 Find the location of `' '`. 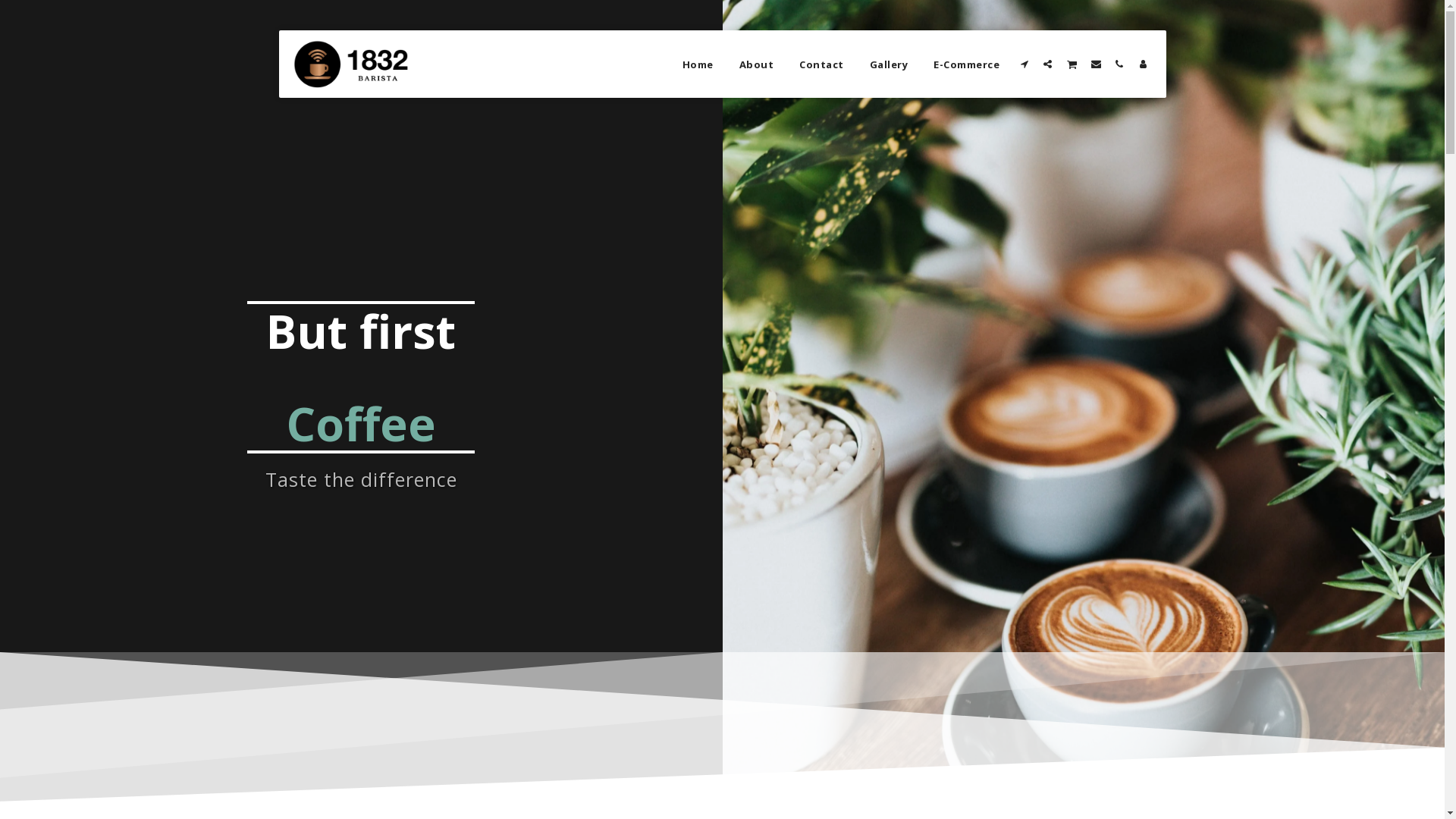

' ' is located at coordinates (1070, 63).